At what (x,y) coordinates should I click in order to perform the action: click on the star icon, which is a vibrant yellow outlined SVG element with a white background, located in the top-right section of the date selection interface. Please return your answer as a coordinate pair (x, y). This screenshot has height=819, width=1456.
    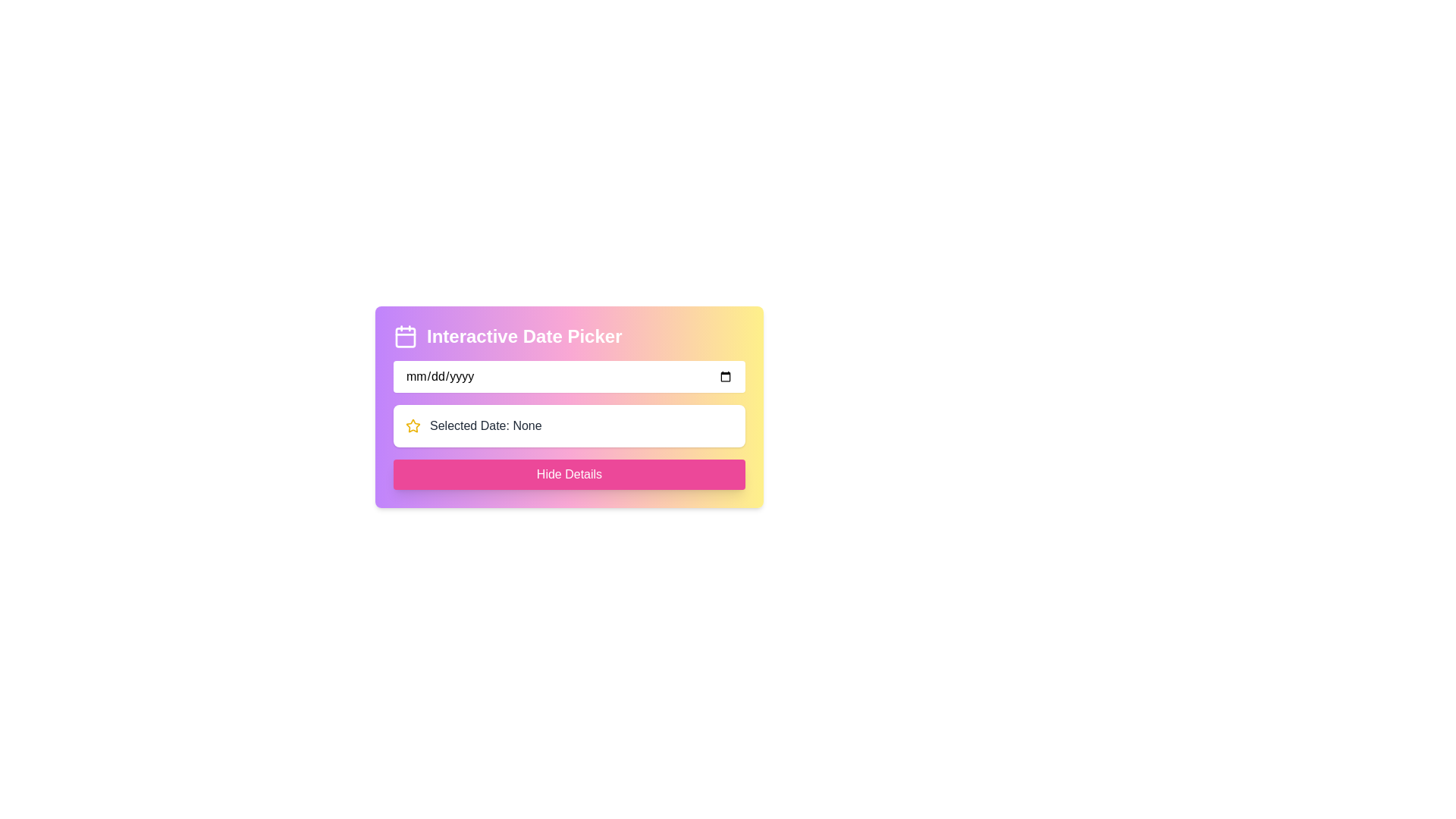
    Looking at the image, I should click on (413, 425).